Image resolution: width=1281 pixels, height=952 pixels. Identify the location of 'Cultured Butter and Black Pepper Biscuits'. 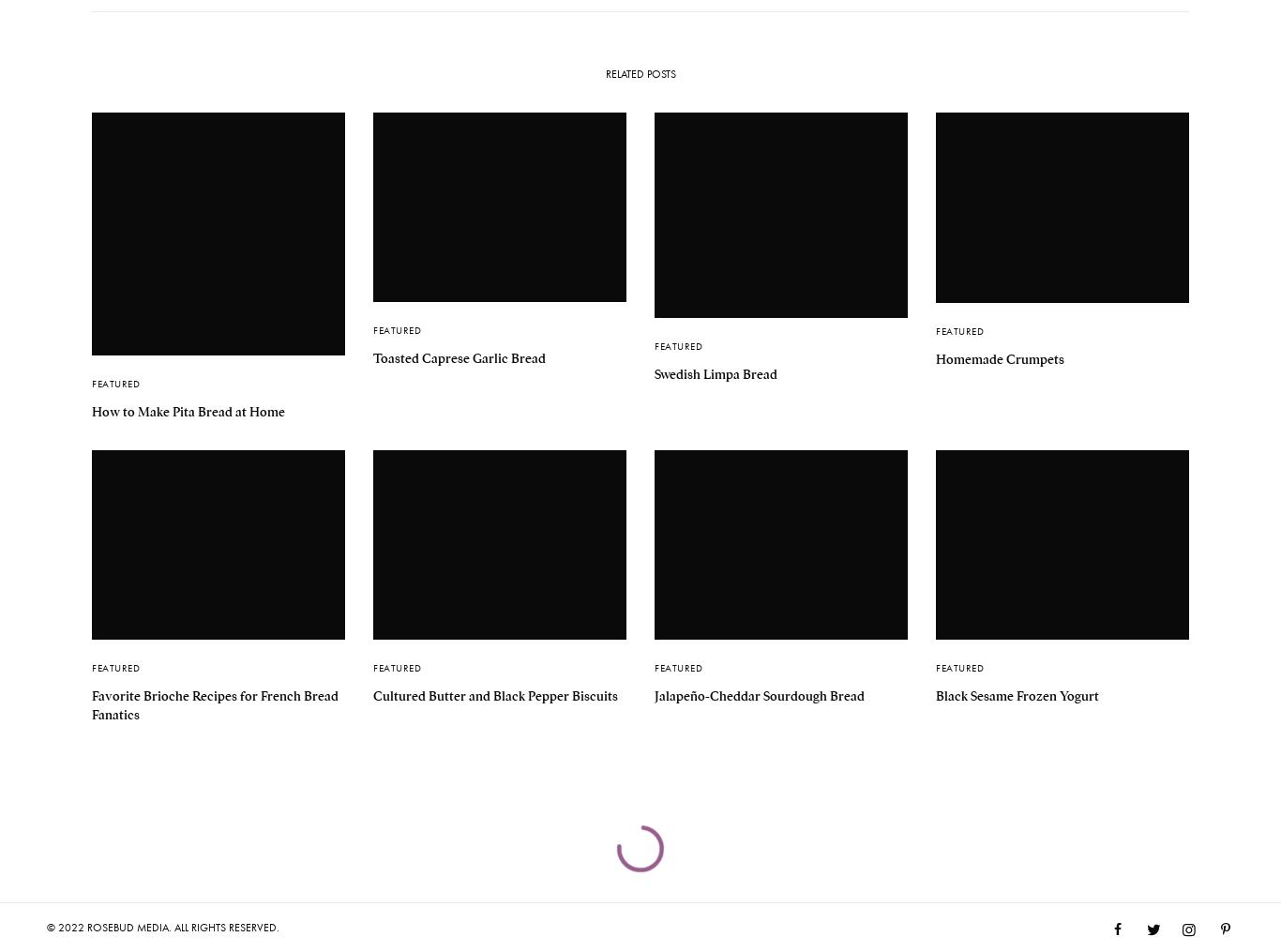
(372, 694).